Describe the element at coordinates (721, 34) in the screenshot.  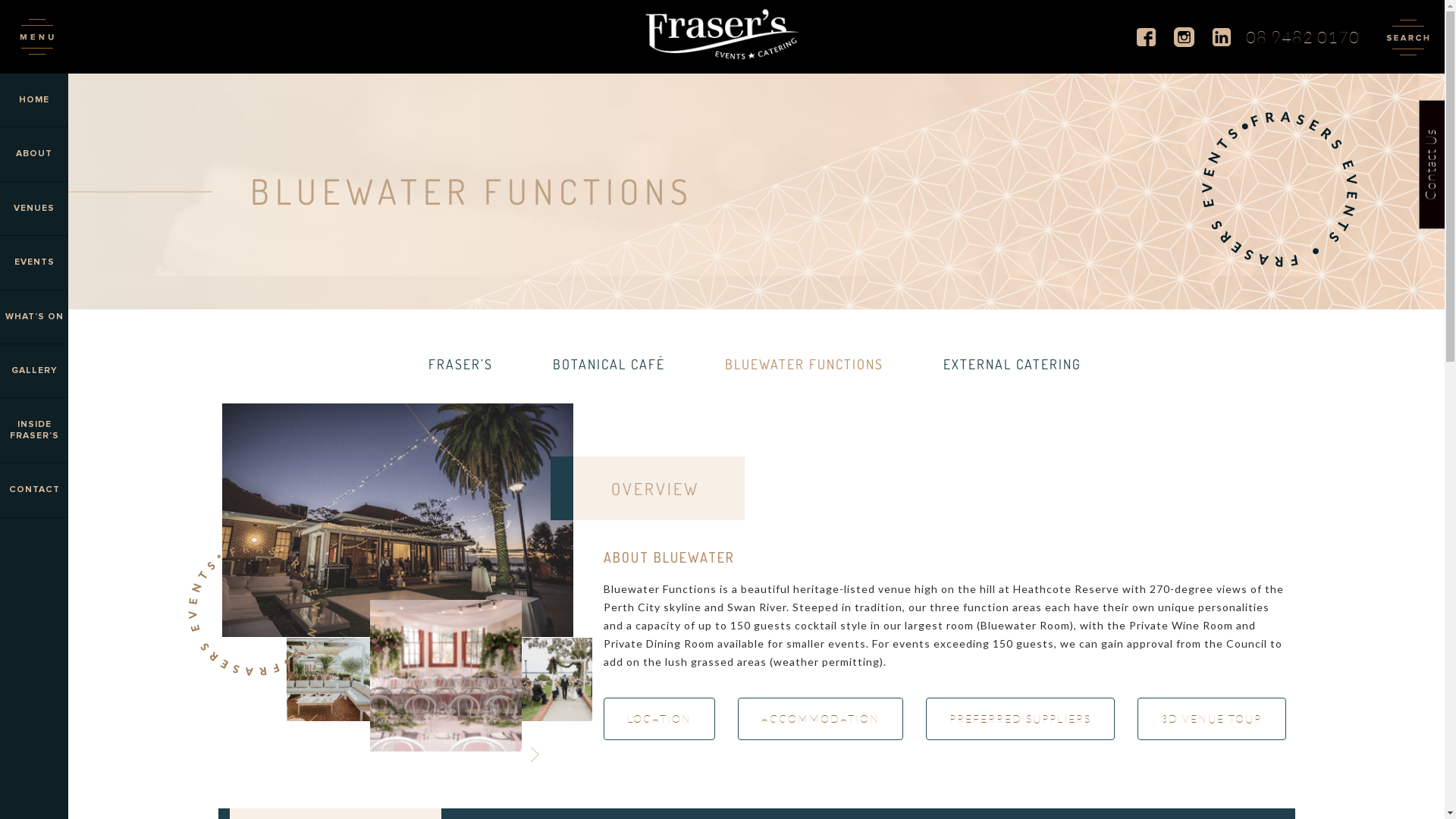
I see `'Fraser's Group'` at that location.